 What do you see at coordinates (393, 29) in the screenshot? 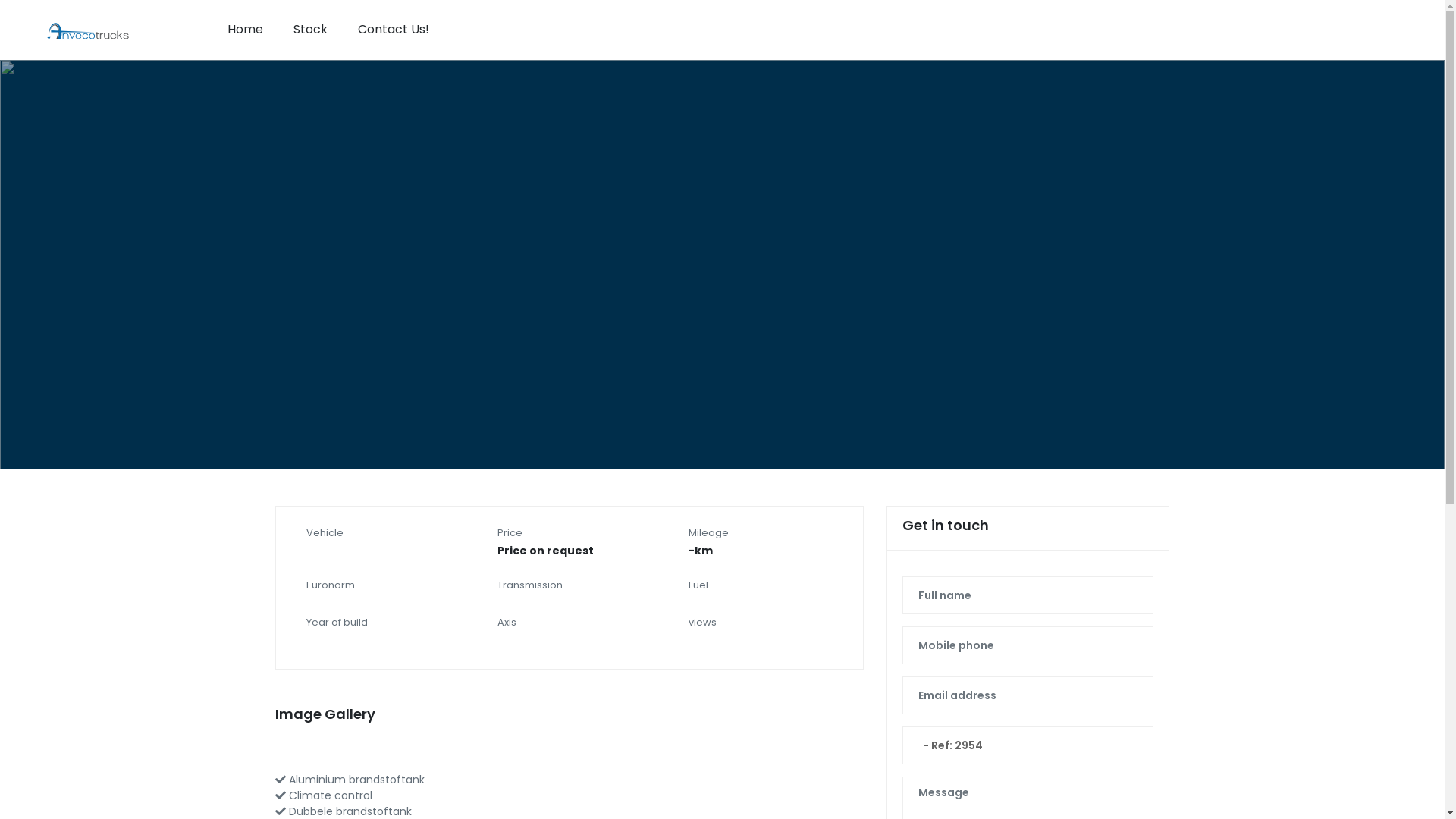
I see `'Contact Us!'` at bounding box center [393, 29].